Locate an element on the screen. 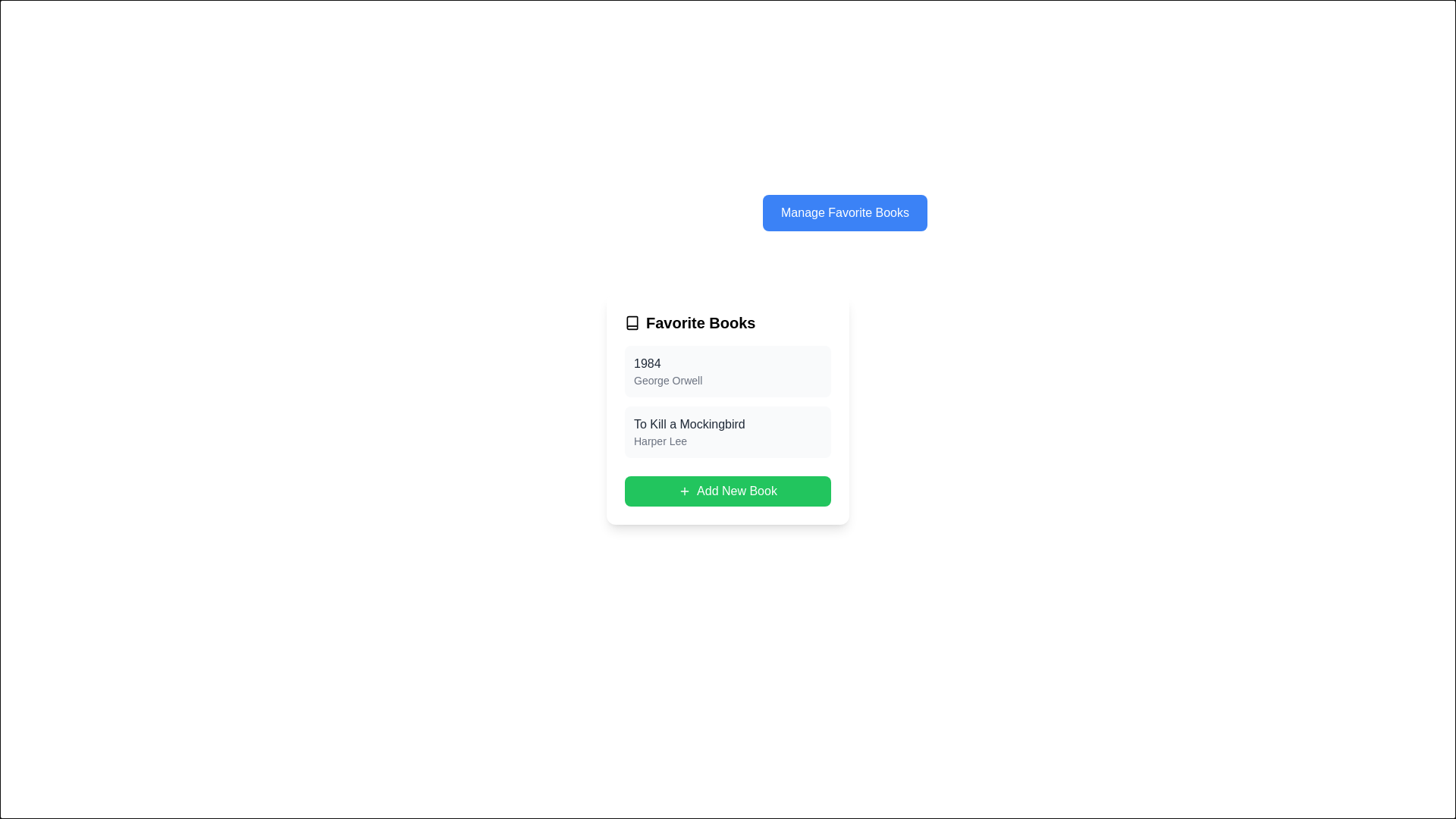 The height and width of the screenshot is (819, 1456). the 'Manage Favorite Books' button to open the dialog is located at coordinates (844, 213).